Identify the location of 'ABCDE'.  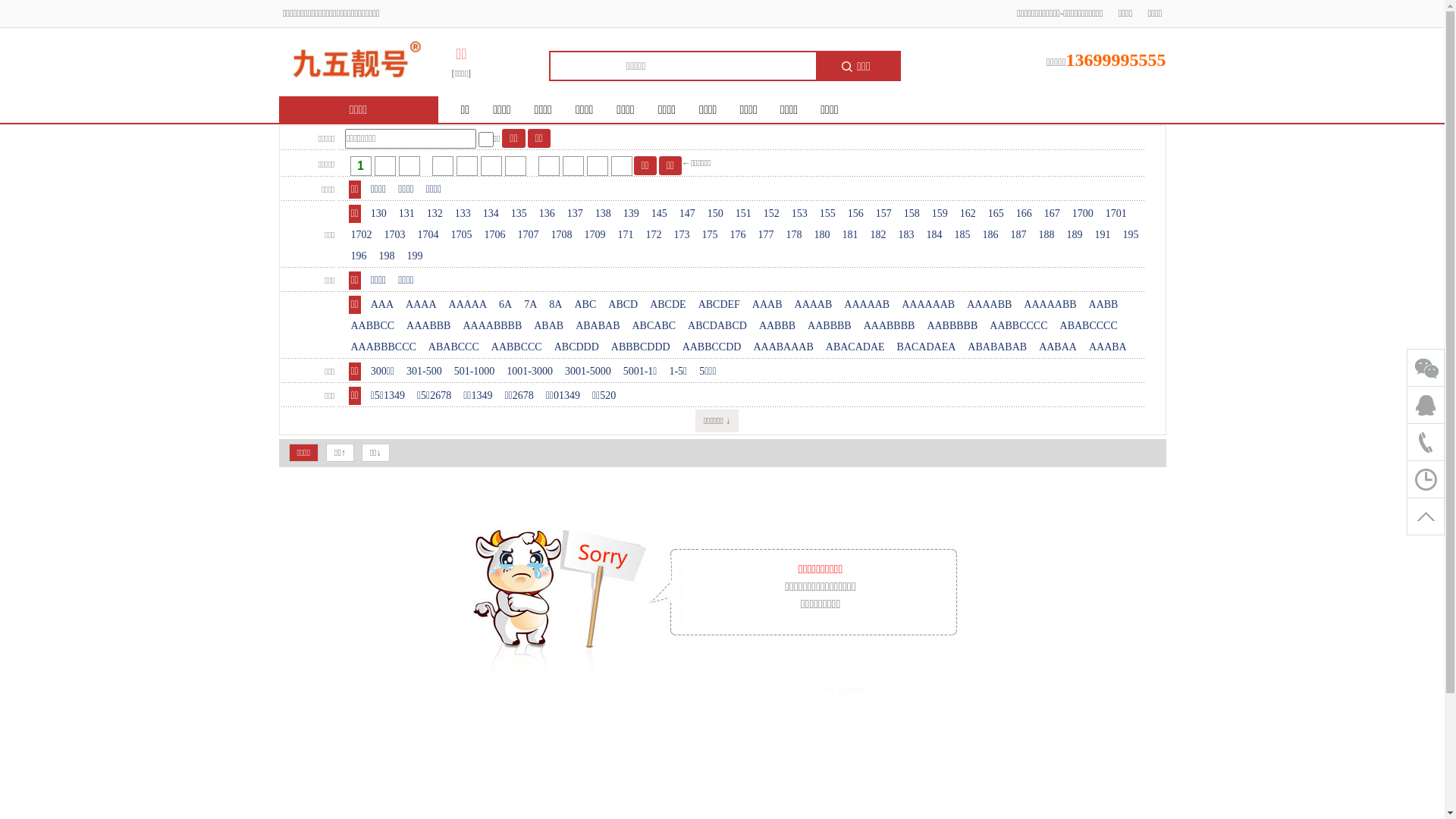
(667, 304).